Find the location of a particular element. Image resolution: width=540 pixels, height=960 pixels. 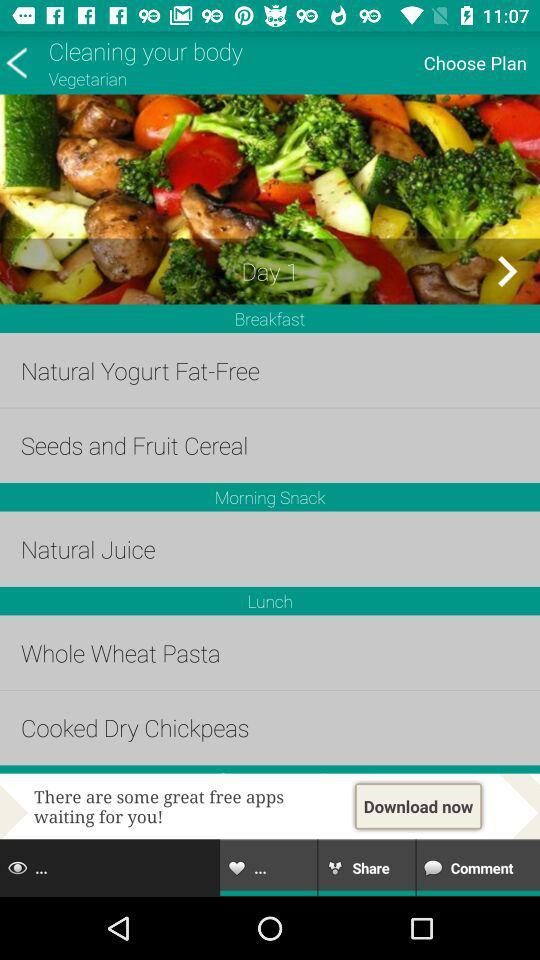

the arrow_forward icon is located at coordinates (507, 270).